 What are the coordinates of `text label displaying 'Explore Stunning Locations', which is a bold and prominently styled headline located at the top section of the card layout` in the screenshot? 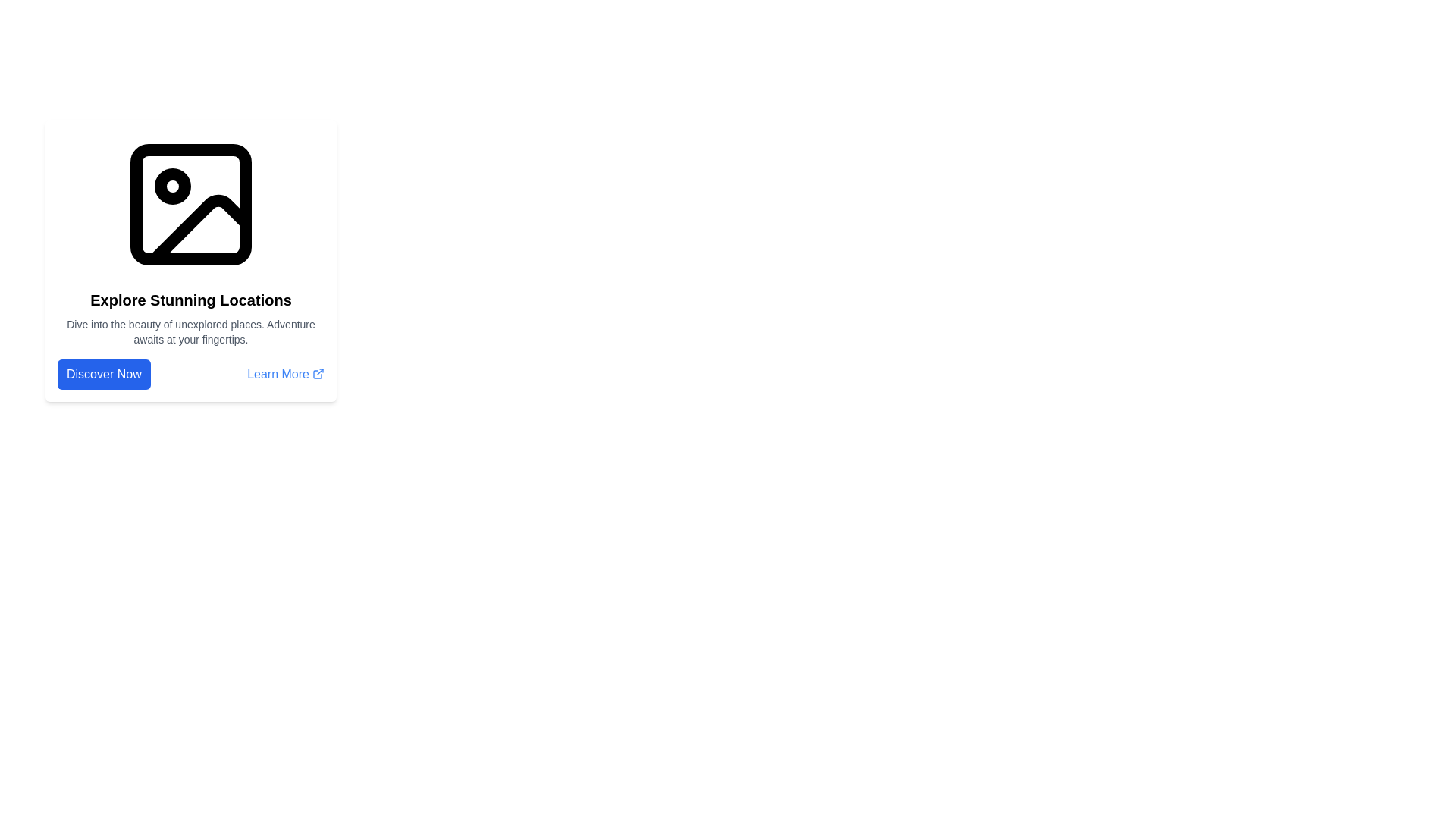 It's located at (190, 300).